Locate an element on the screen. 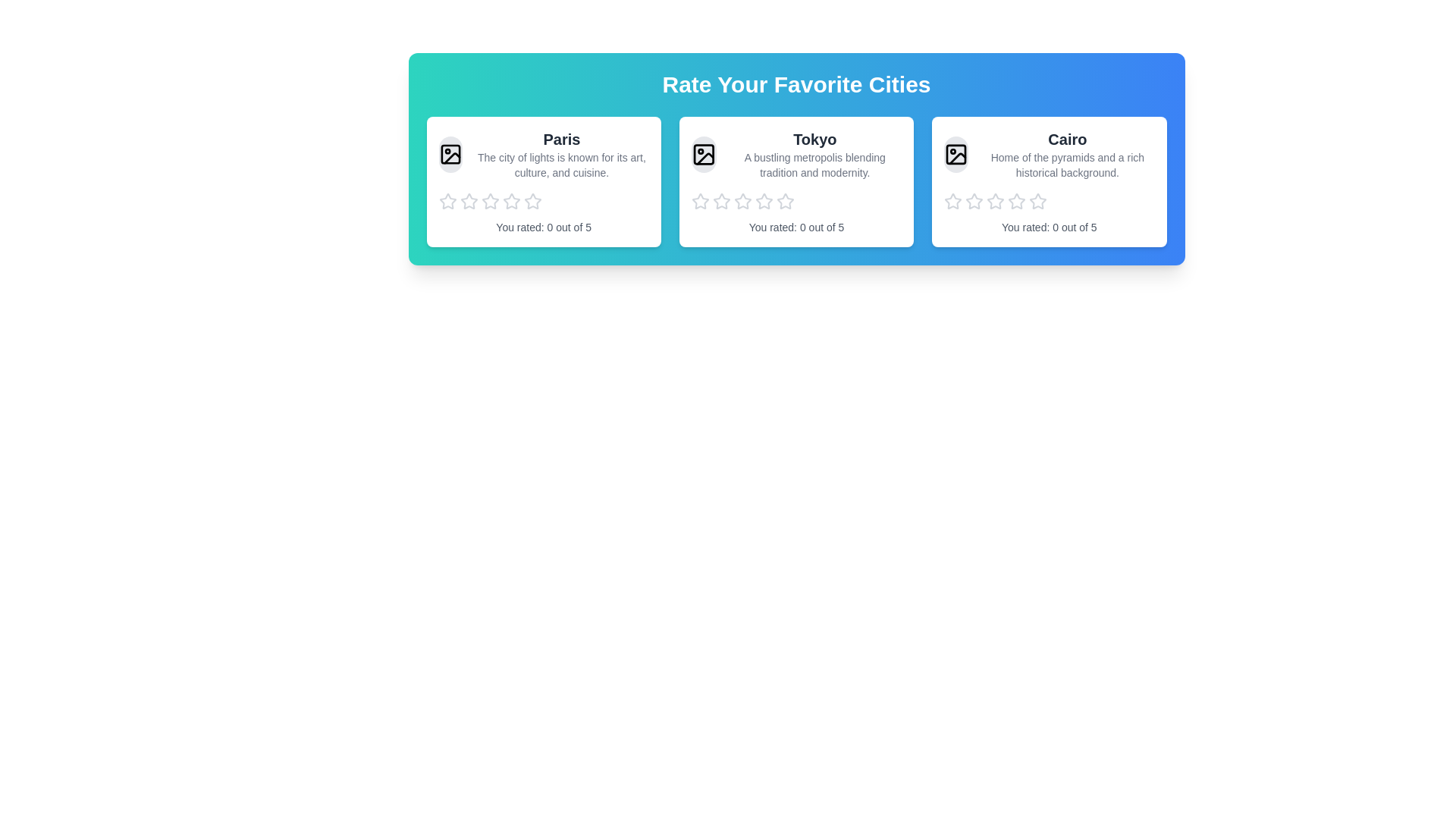 The width and height of the screenshot is (1456, 819). the first star in the horizontal set of five stars is located at coordinates (742, 200).